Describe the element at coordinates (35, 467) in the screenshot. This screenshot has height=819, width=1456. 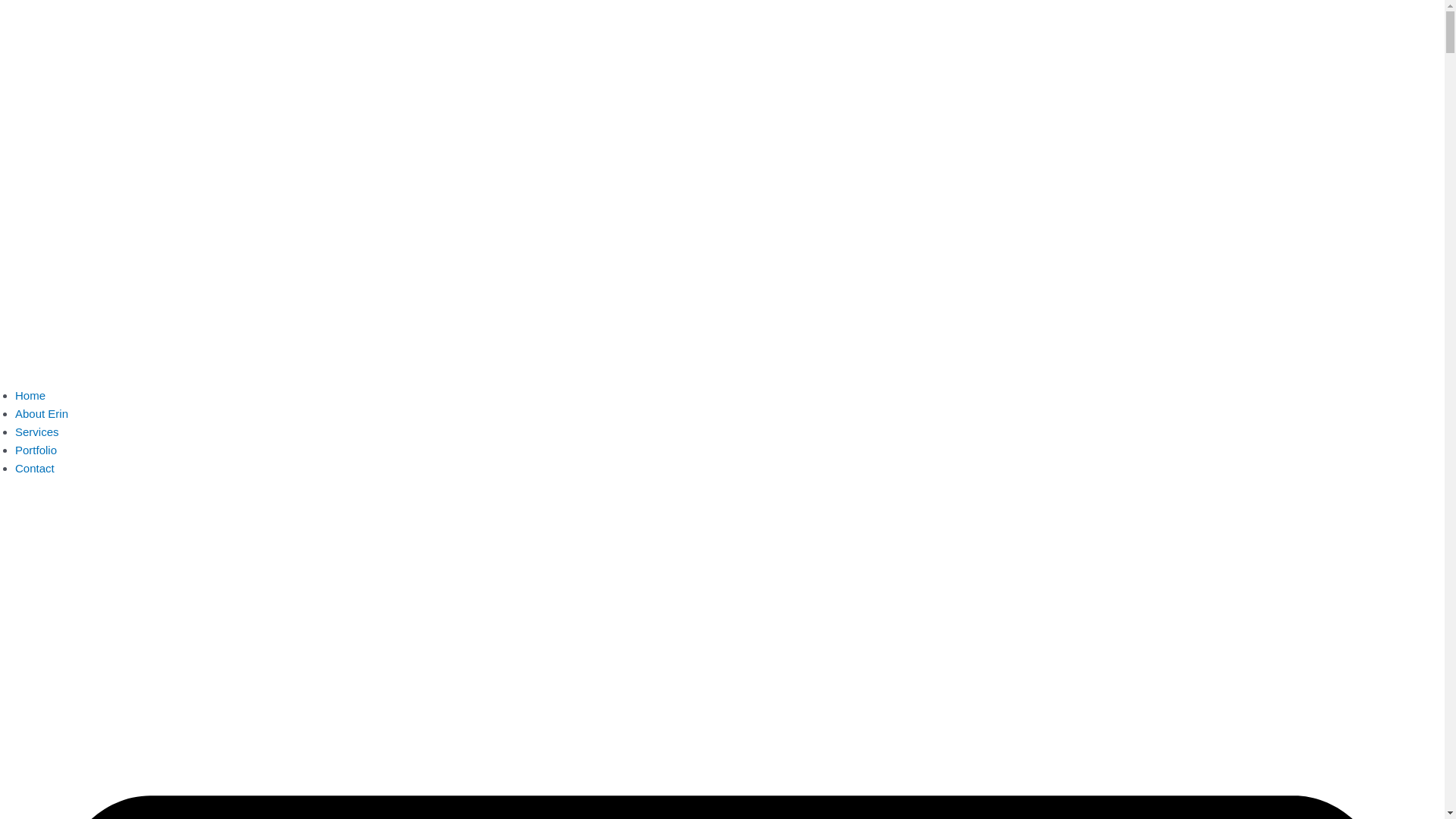
I see `'Contact'` at that location.